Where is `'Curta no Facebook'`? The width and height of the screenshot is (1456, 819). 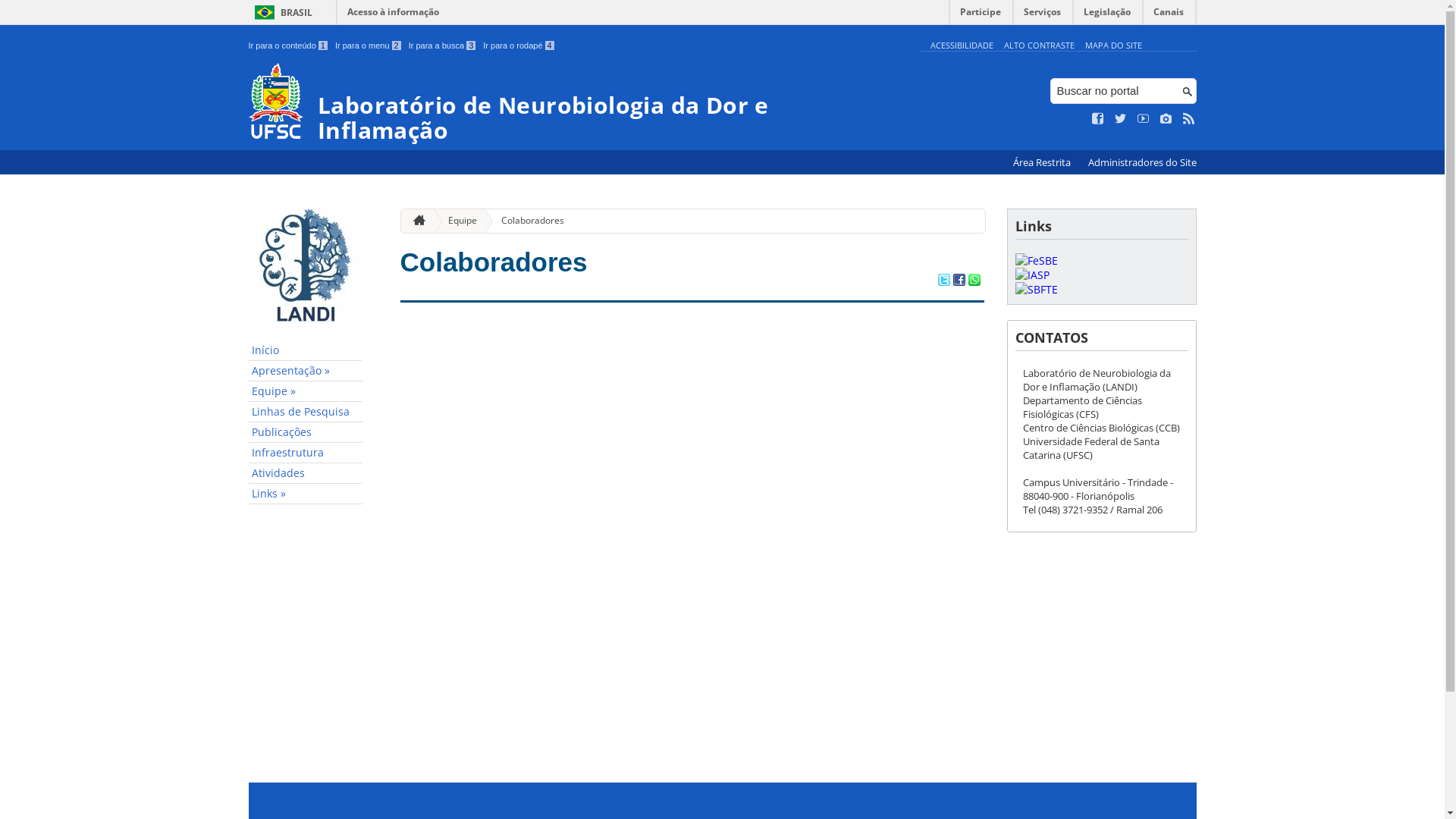 'Curta no Facebook' is located at coordinates (1092, 118).